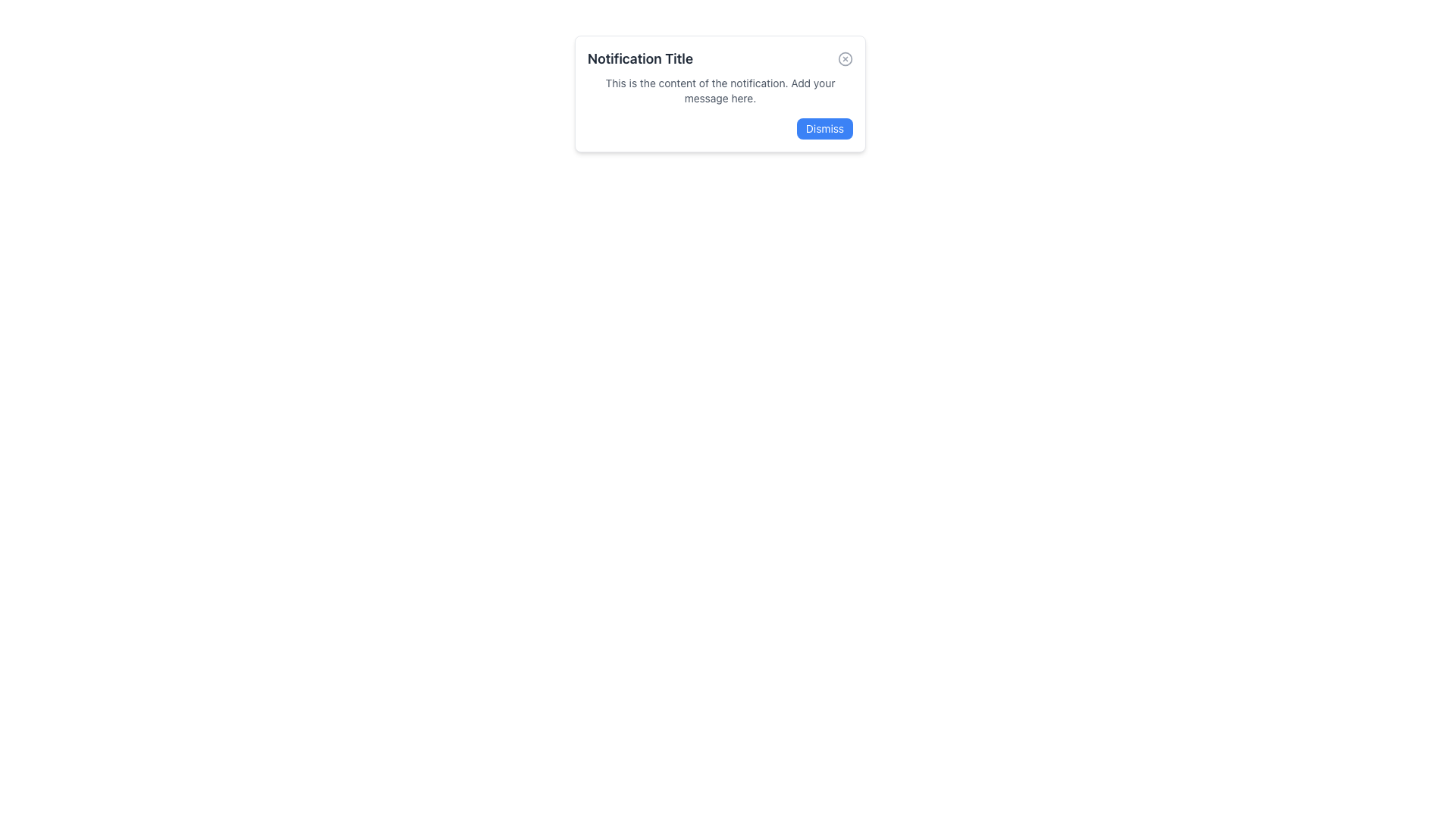  Describe the element at coordinates (640, 58) in the screenshot. I see `text label that displays 'Notification Title' styled in a larger, bold font at the top-left of the notification card` at that location.